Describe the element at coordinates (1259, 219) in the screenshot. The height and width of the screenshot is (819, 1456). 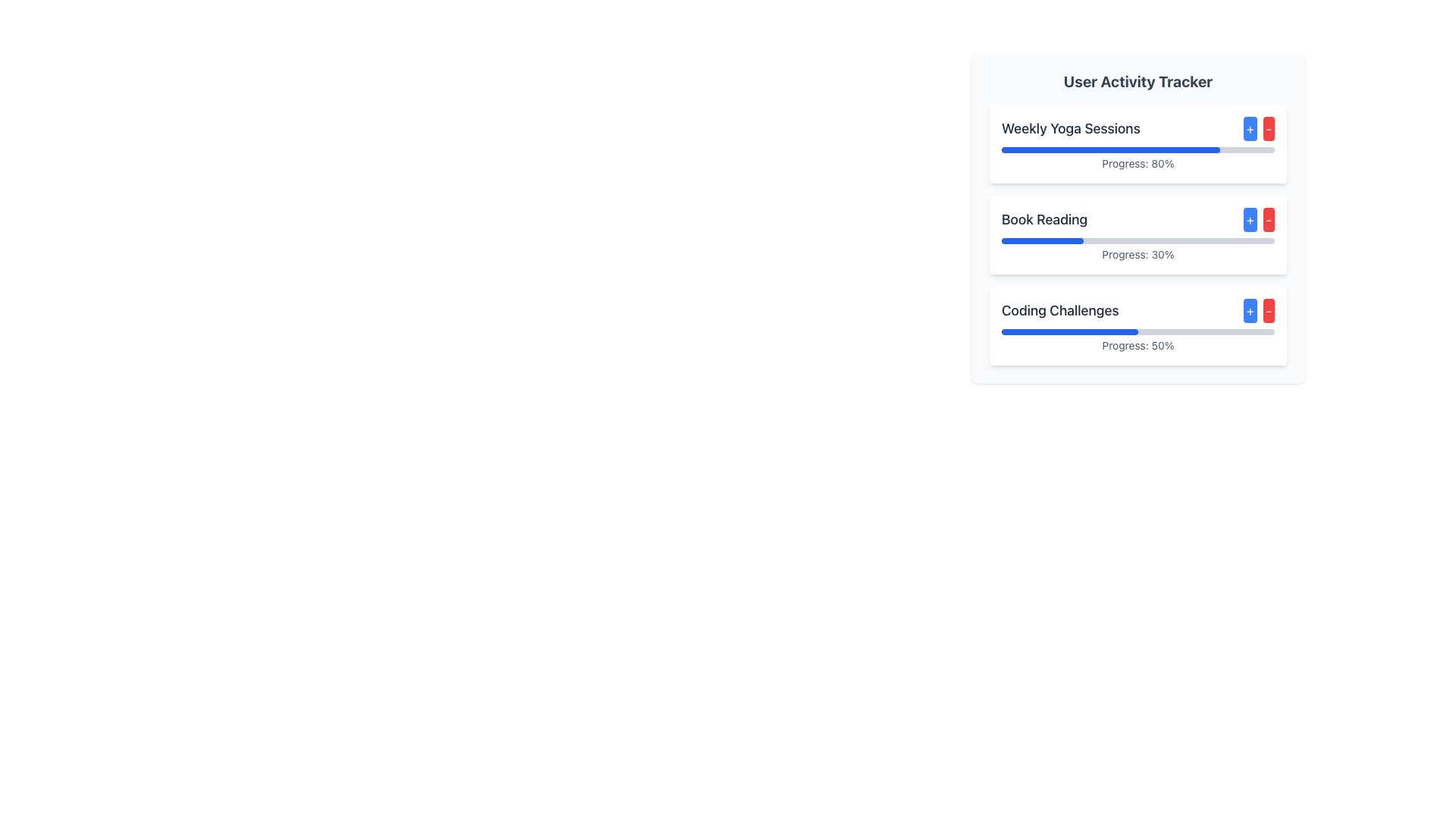
I see `the buttons in the Button Group located in the 'Book Reading' section to increment or decrement the associated value for the 'Book Reading' activity` at that location.